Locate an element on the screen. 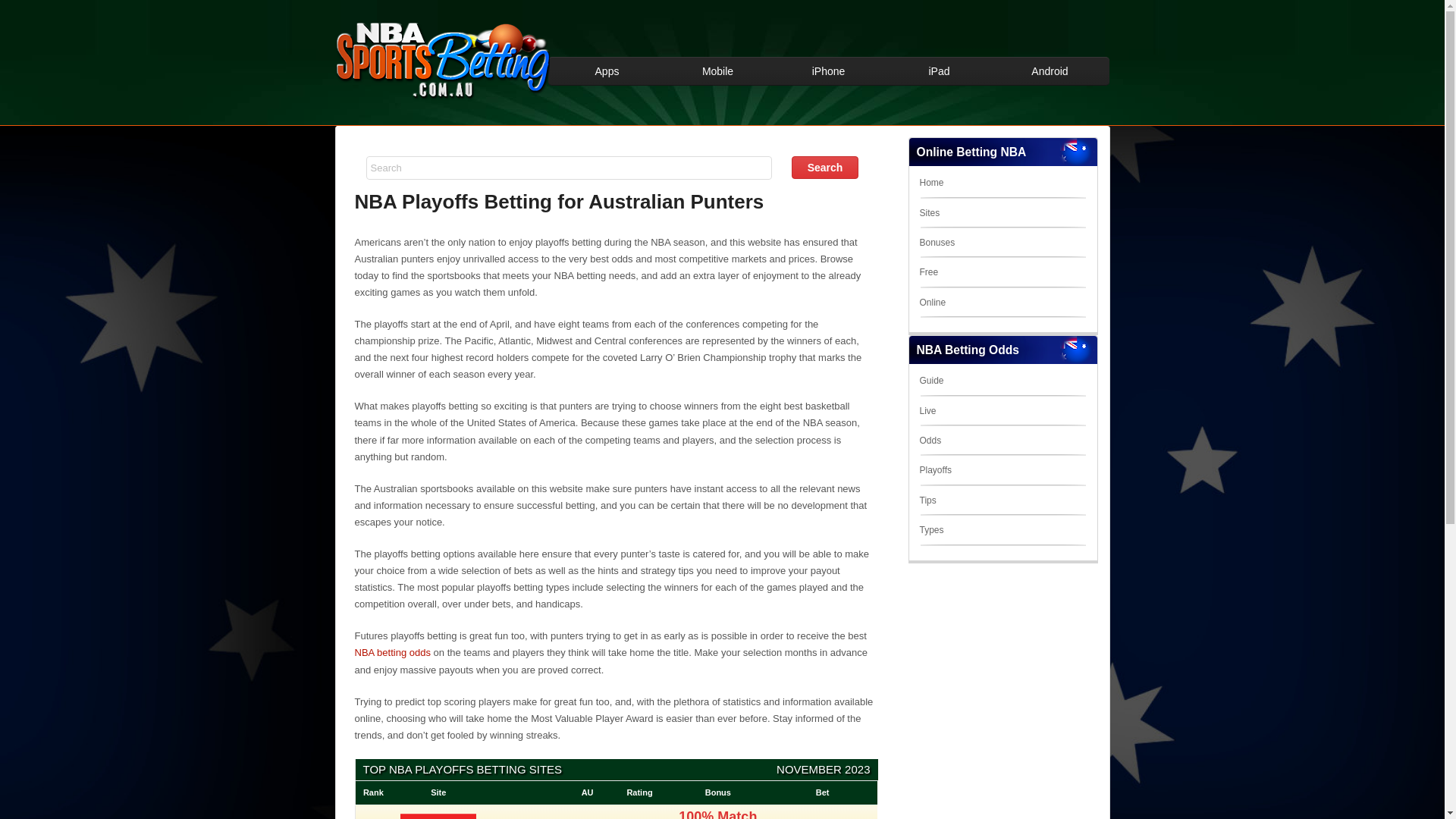  'Android' is located at coordinates (994, 71).